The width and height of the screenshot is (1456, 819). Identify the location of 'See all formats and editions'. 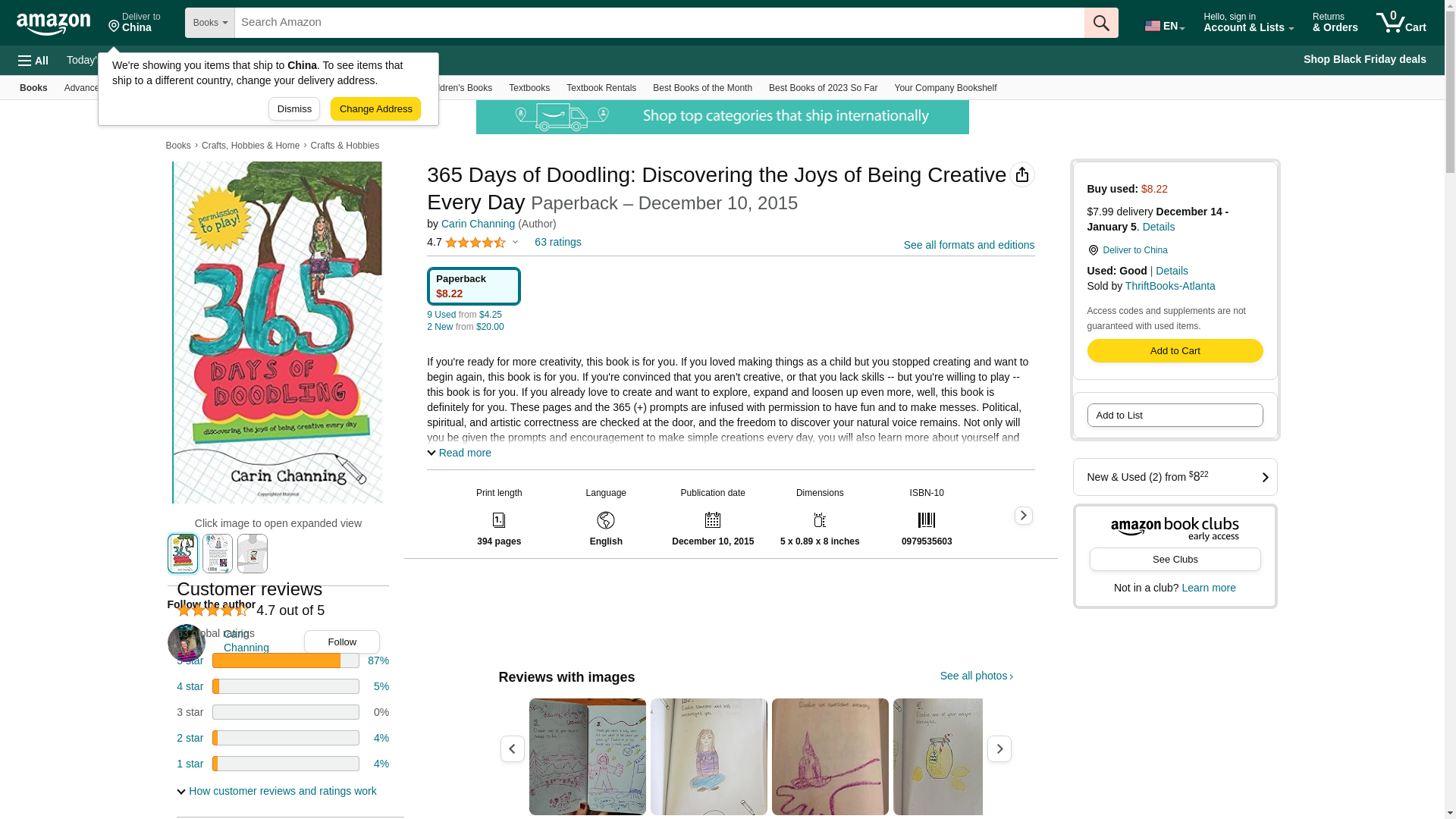
(968, 244).